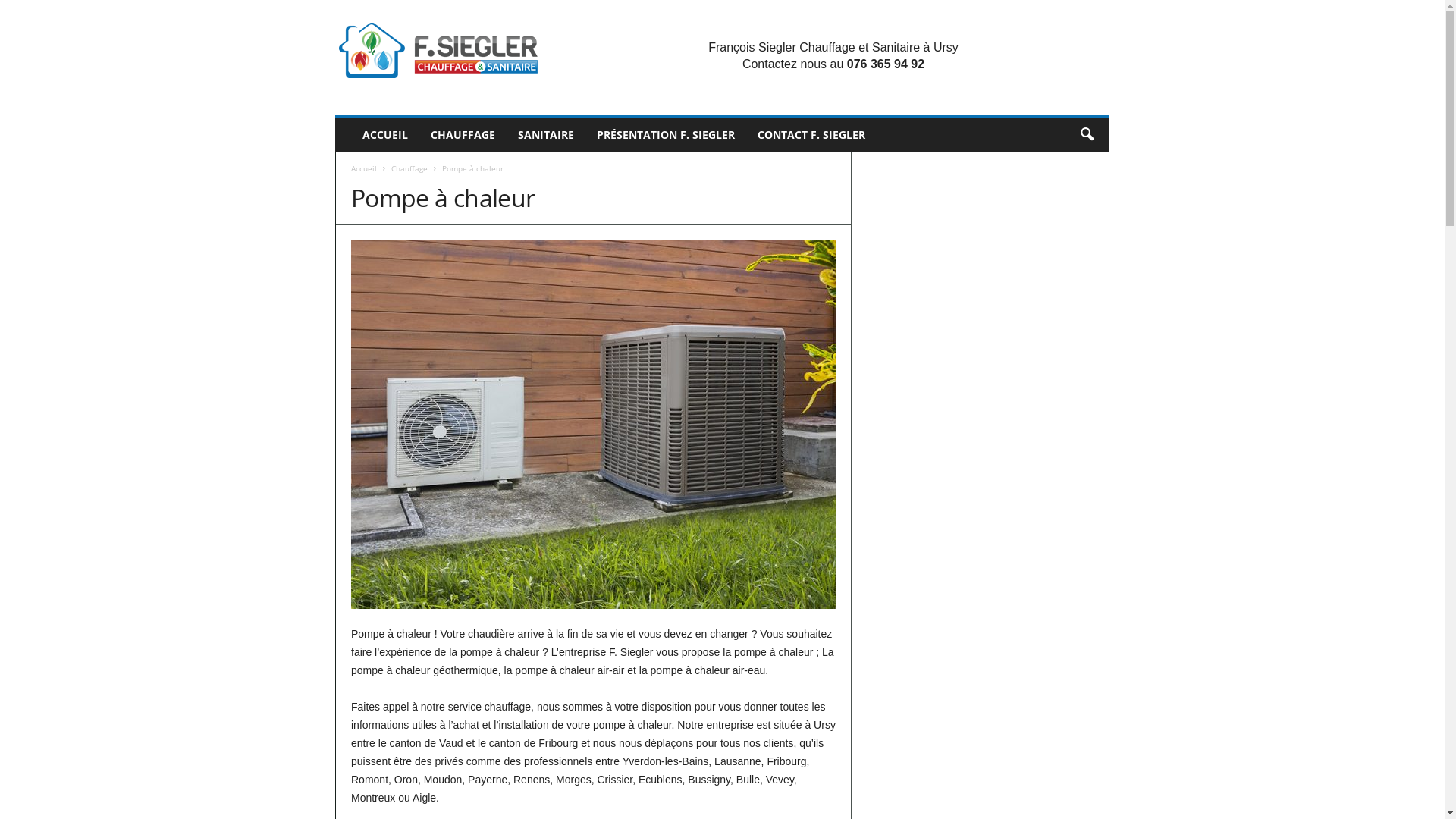 The image size is (1456, 819). What do you see at coordinates (546, 133) in the screenshot?
I see `'SANITAIRE'` at bounding box center [546, 133].